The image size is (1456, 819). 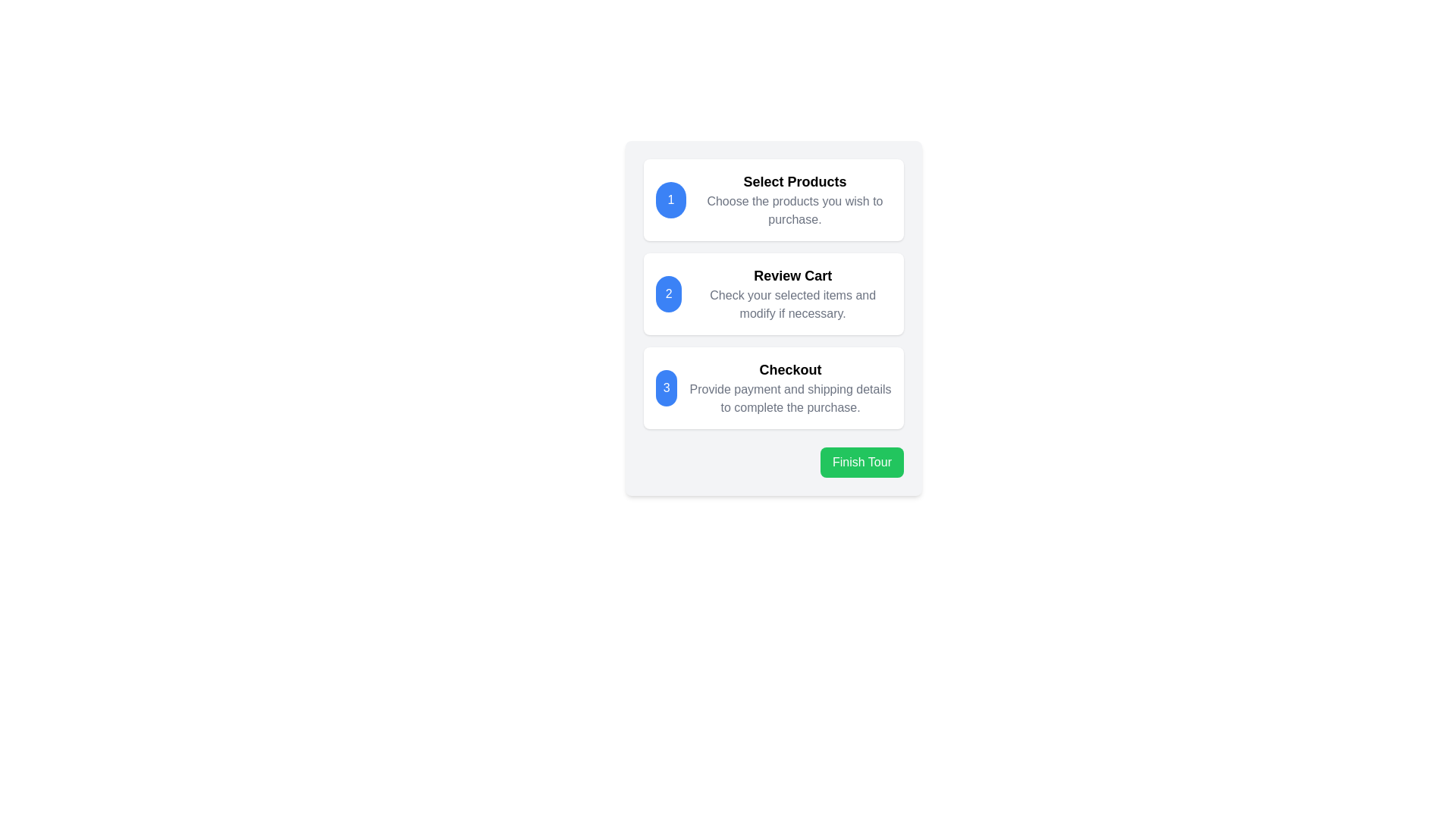 What do you see at coordinates (667, 388) in the screenshot?
I see `the content and style of the Circular Step Indicator that indicates the third step in the process, positioned in the lower left corner before the text 'Checkout Provide payment and shipping details to complete the purchase.'` at bounding box center [667, 388].